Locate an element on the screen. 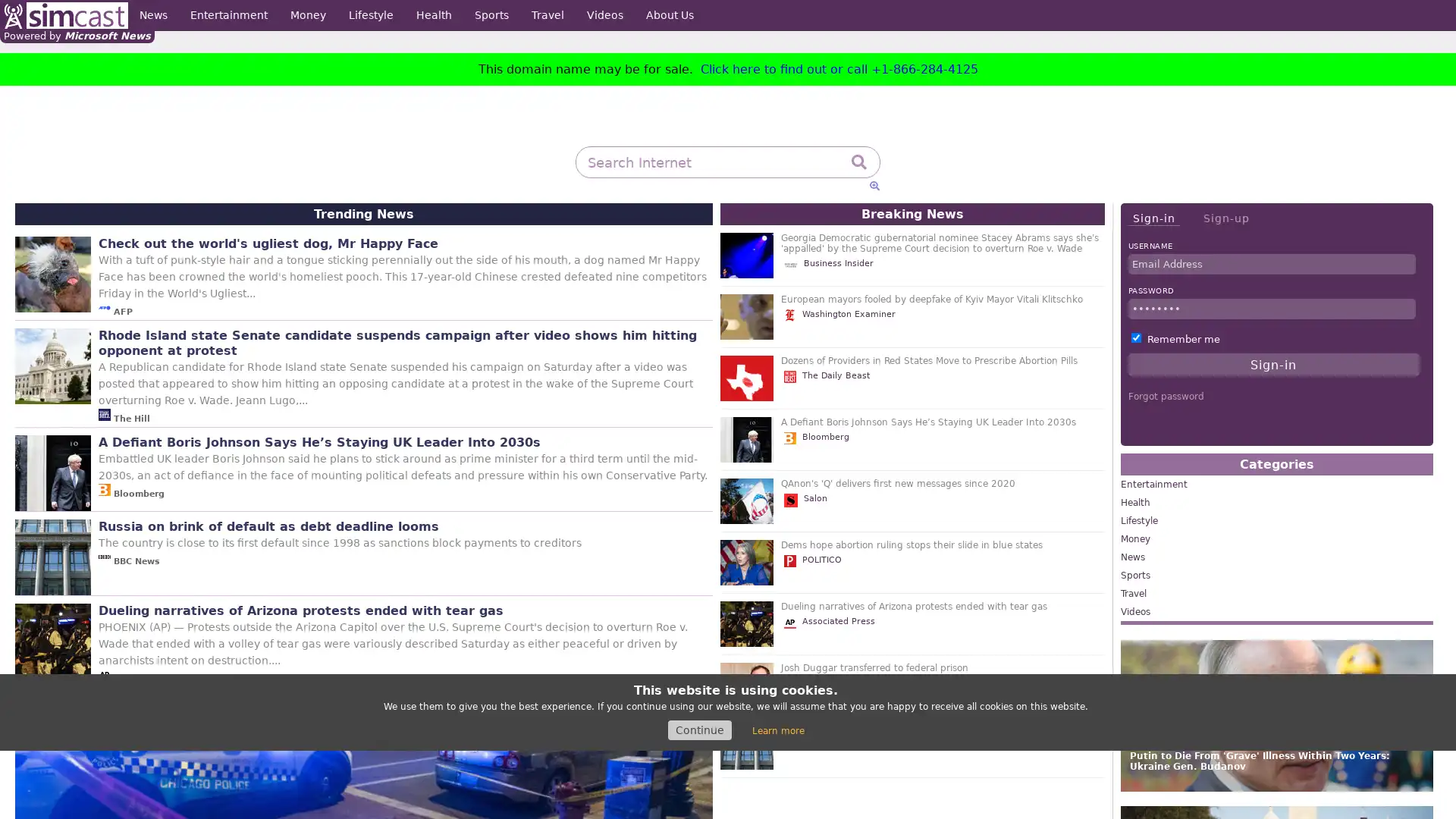 This screenshot has width=1456, height=819. Sign-in is located at coordinates (1273, 365).